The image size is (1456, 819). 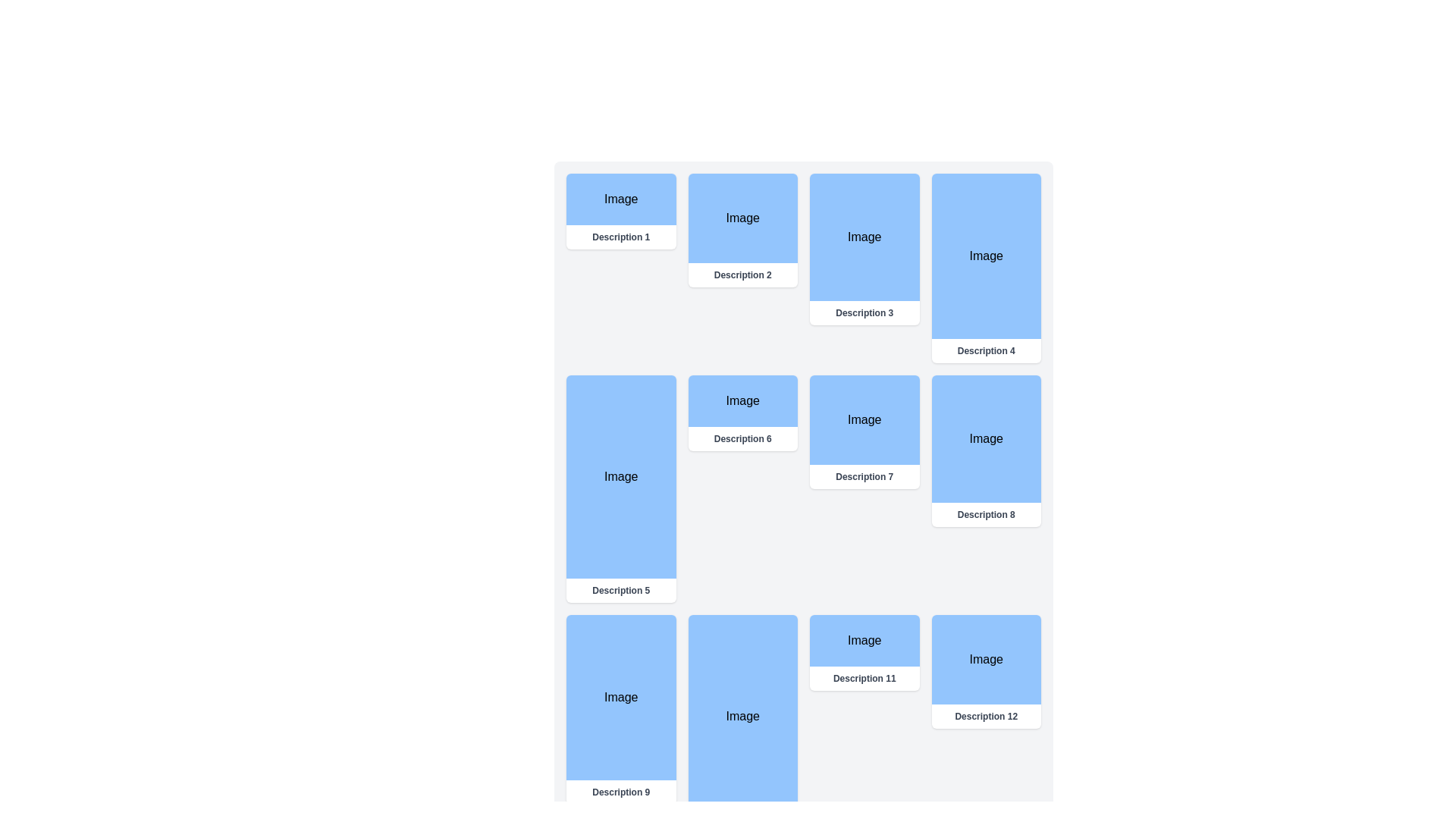 What do you see at coordinates (621, 792) in the screenshot?
I see `the text label displaying 'Description 9' which is styled in bold grayish color and positioned under an image in the grid layout` at bounding box center [621, 792].